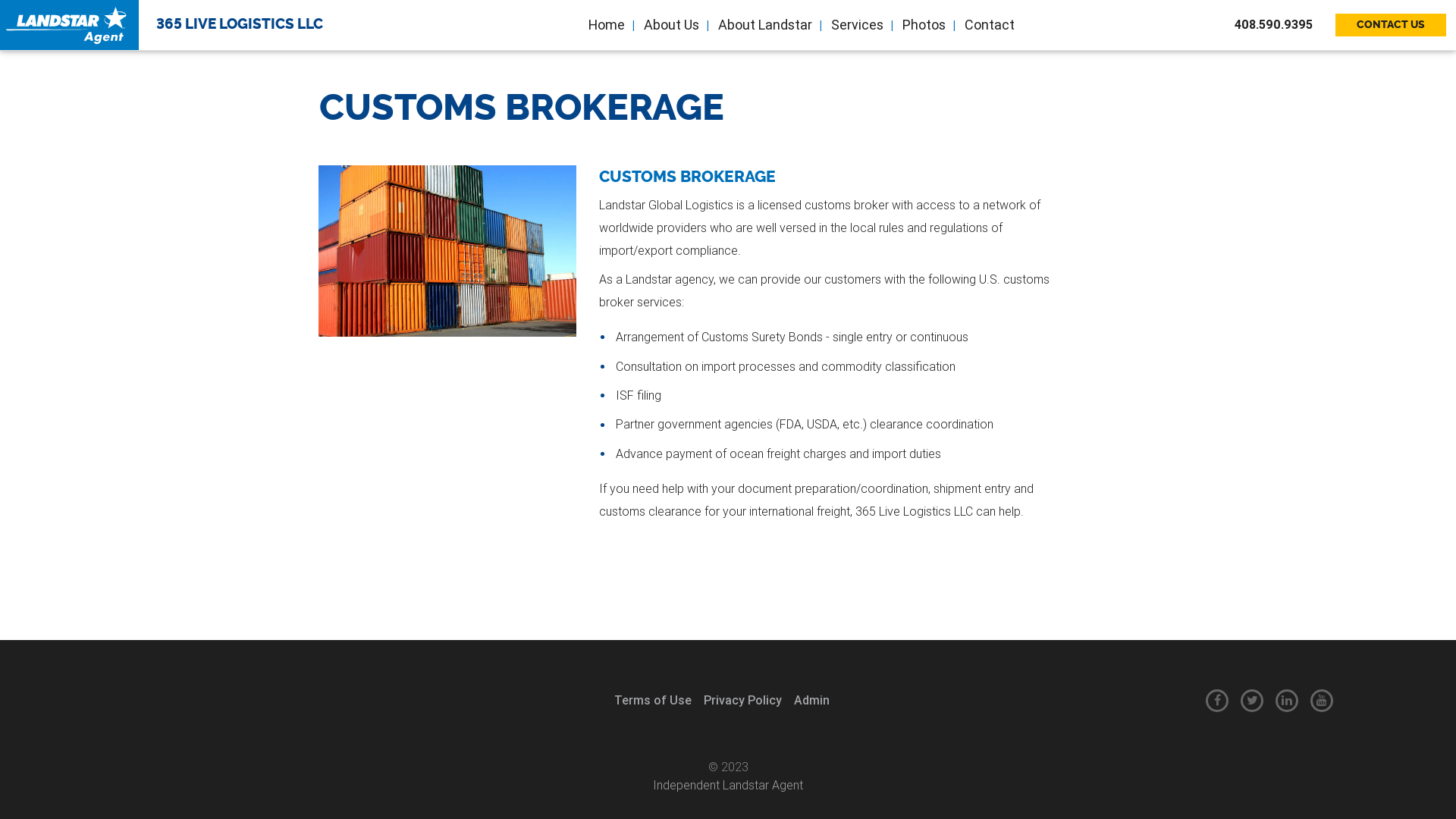 The width and height of the screenshot is (1456, 819). What do you see at coordinates (821, 24) in the screenshot?
I see `'Services'` at bounding box center [821, 24].